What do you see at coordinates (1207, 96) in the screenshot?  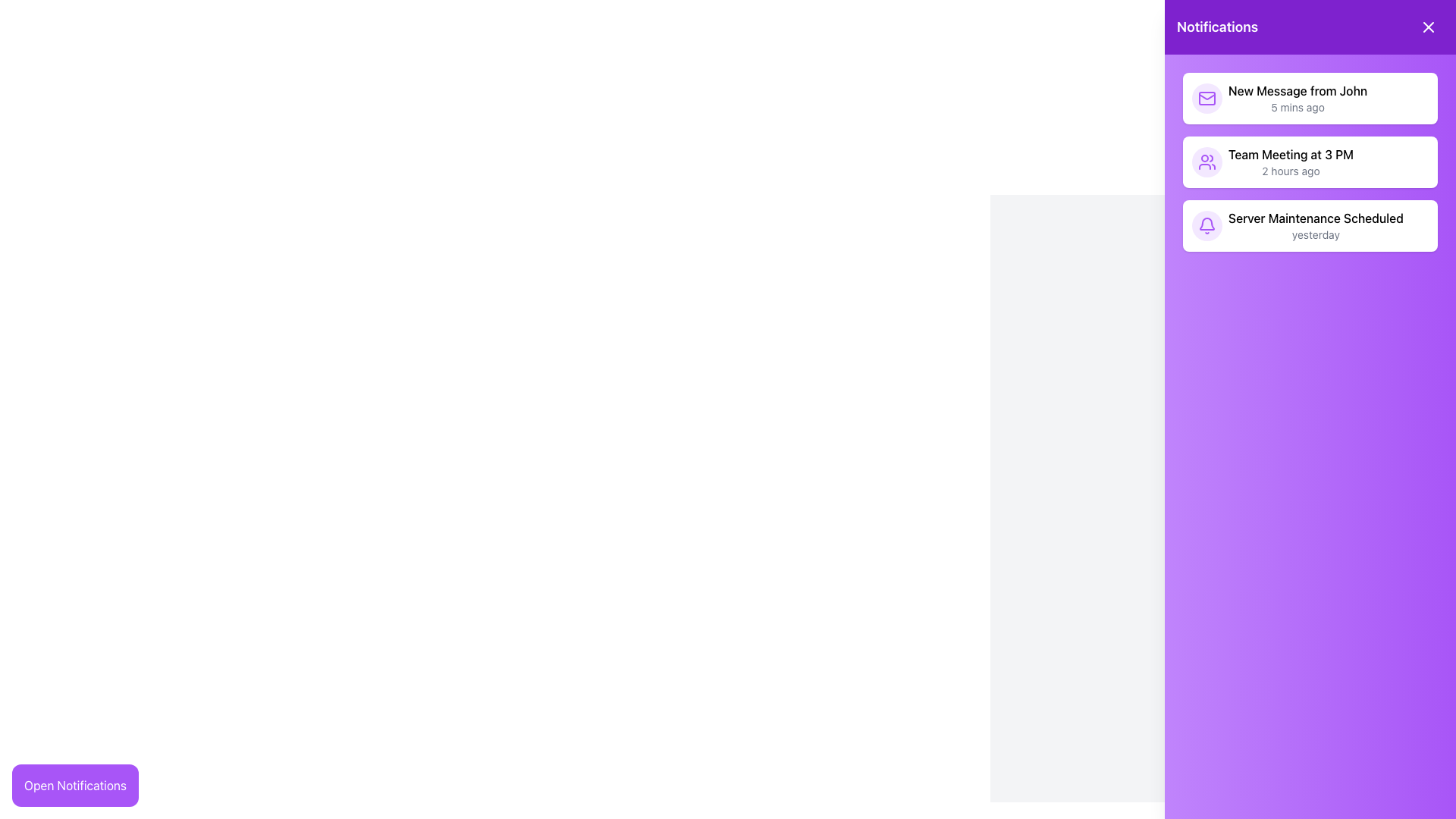 I see `the envelope icon within the notification panel that indicates a new message from John` at bounding box center [1207, 96].